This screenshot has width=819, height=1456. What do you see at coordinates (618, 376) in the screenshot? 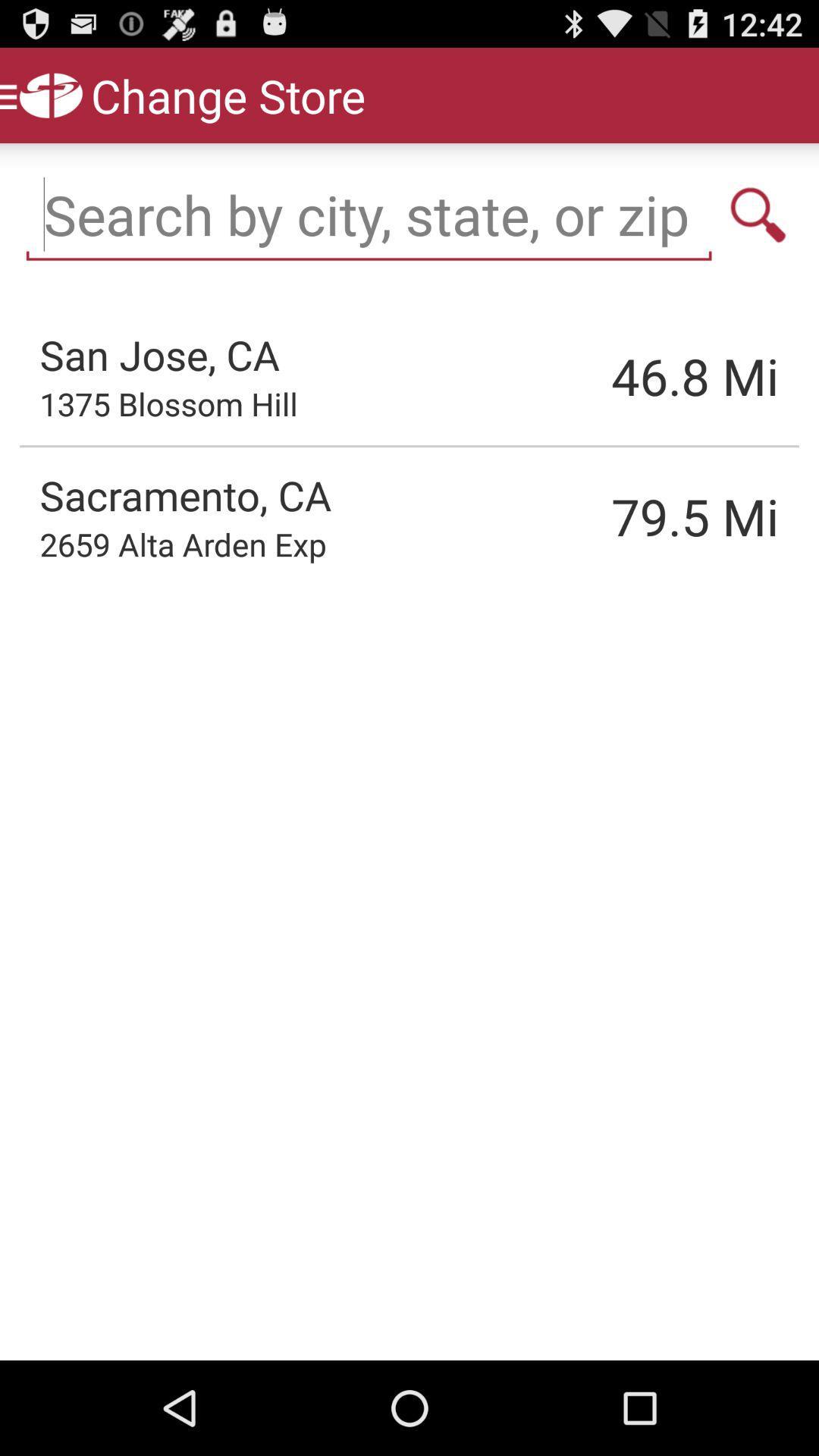
I see `item above the 79.5` at bounding box center [618, 376].